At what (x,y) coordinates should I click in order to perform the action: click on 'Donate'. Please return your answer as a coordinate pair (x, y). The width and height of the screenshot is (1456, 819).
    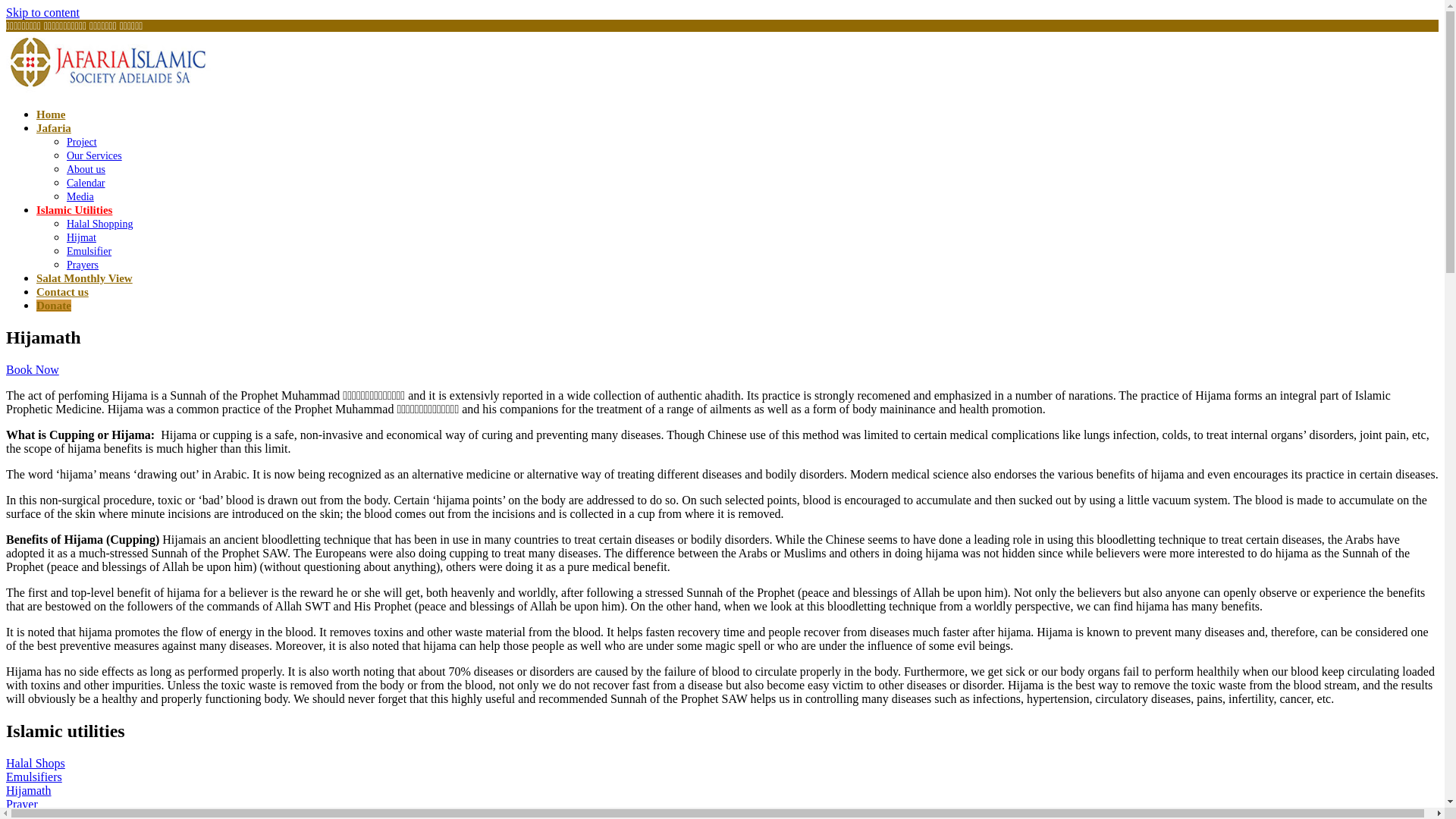
    Looking at the image, I should click on (54, 305).